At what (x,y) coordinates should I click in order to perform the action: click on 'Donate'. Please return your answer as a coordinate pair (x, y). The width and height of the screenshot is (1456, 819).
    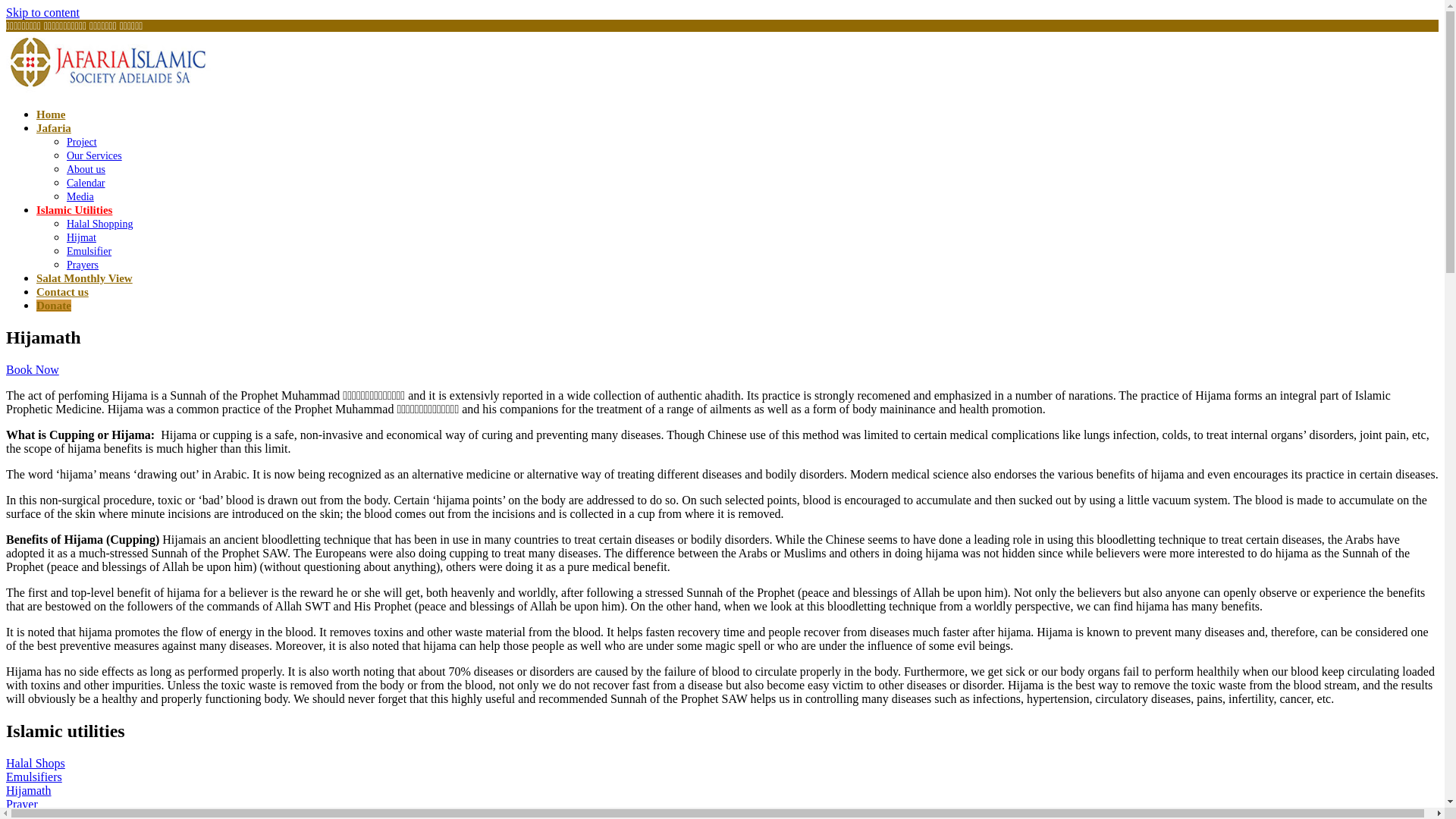
    Looking at the image, I should click on (54, 305).